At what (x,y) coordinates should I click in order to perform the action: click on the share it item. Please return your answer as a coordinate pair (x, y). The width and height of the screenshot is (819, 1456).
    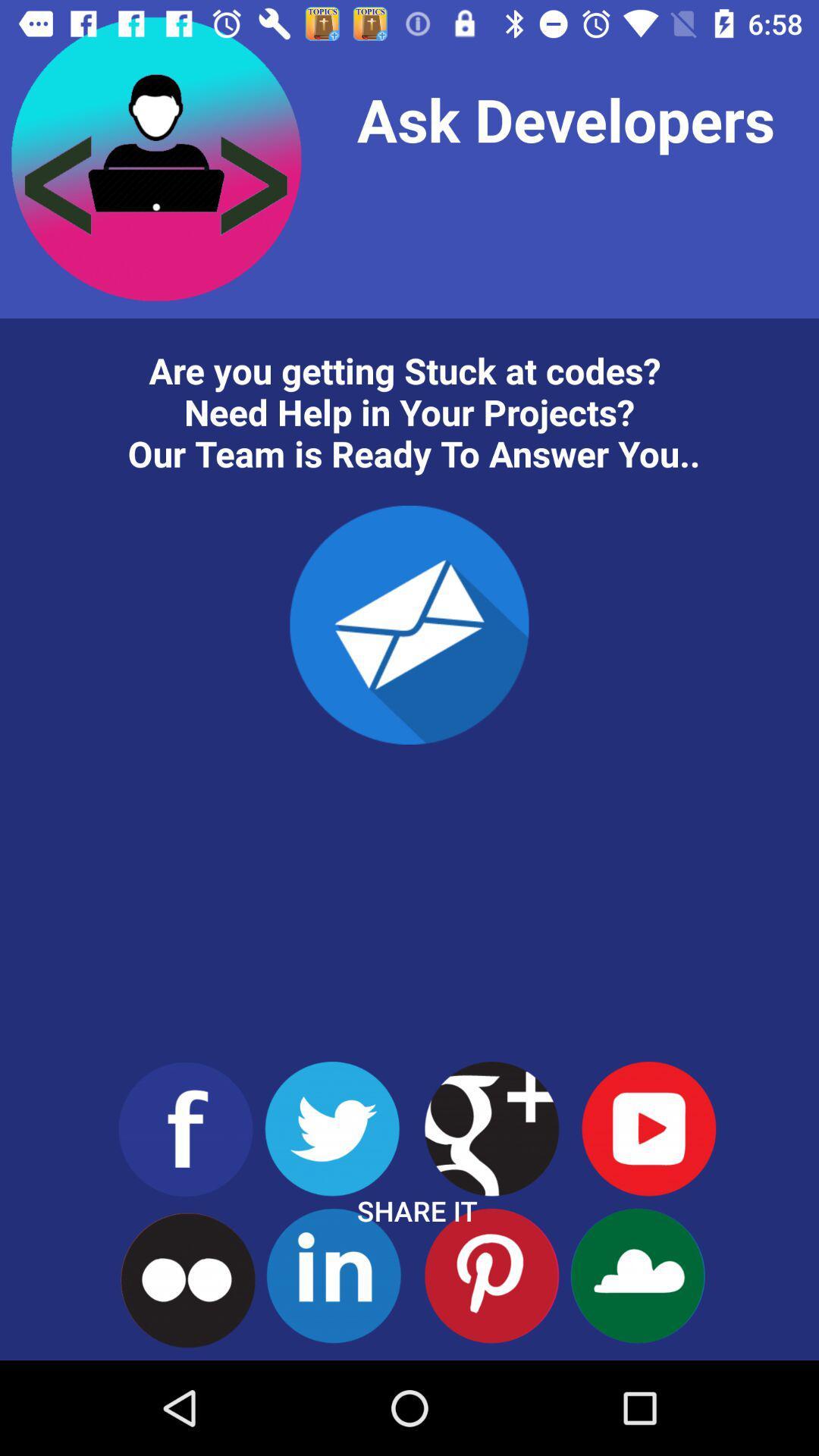
    Looking at the image, I should click on (417, 1210).